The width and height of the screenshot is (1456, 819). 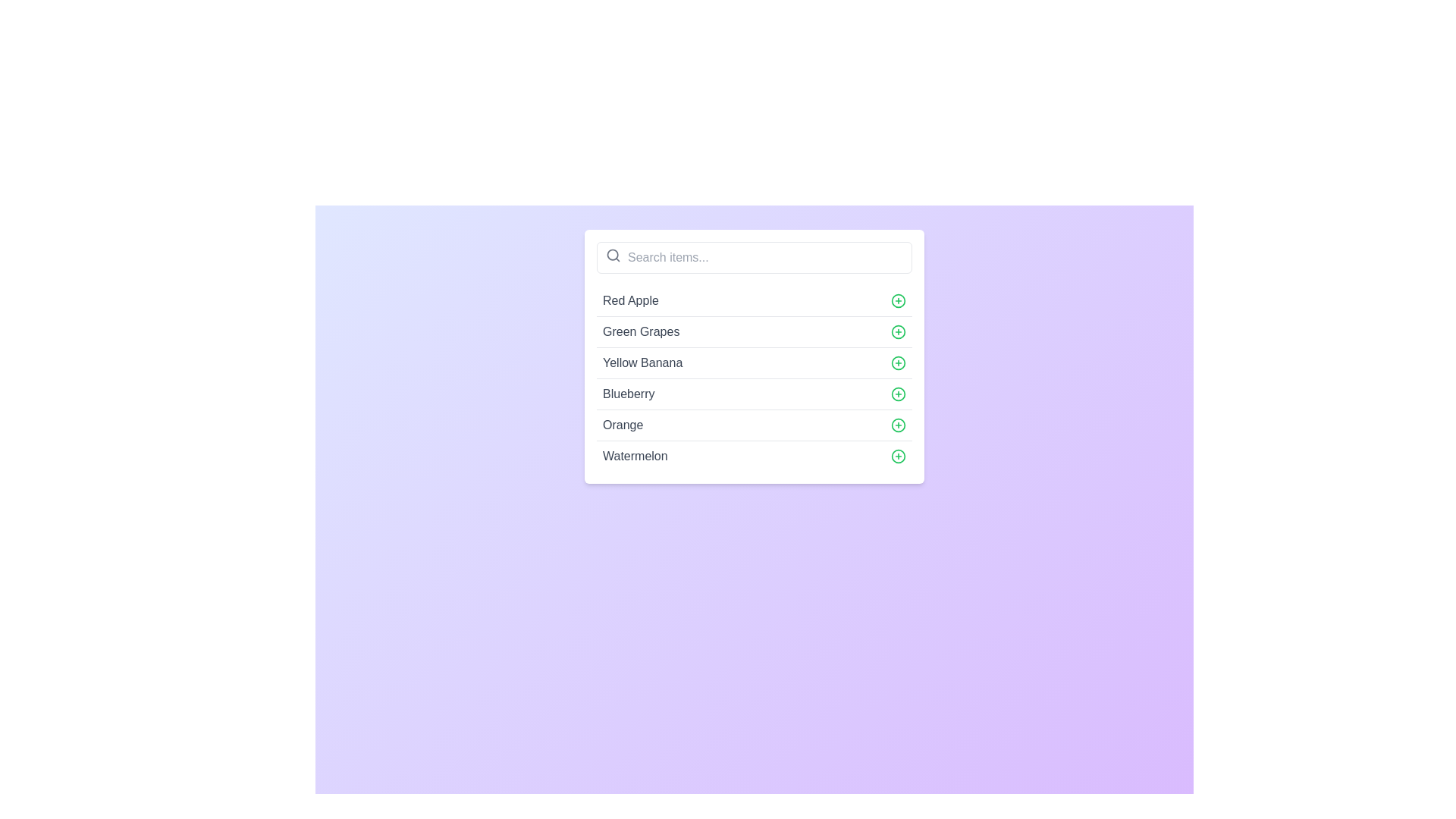 What do you see at coordinates (629, 394) in the screenshot?
I see `the text label displaying 'Blueberry', which is styled in gray font and located within the fourth item of a vertically arranged list, to the left of a green plus sign icon` at bounding box center [629, 394].